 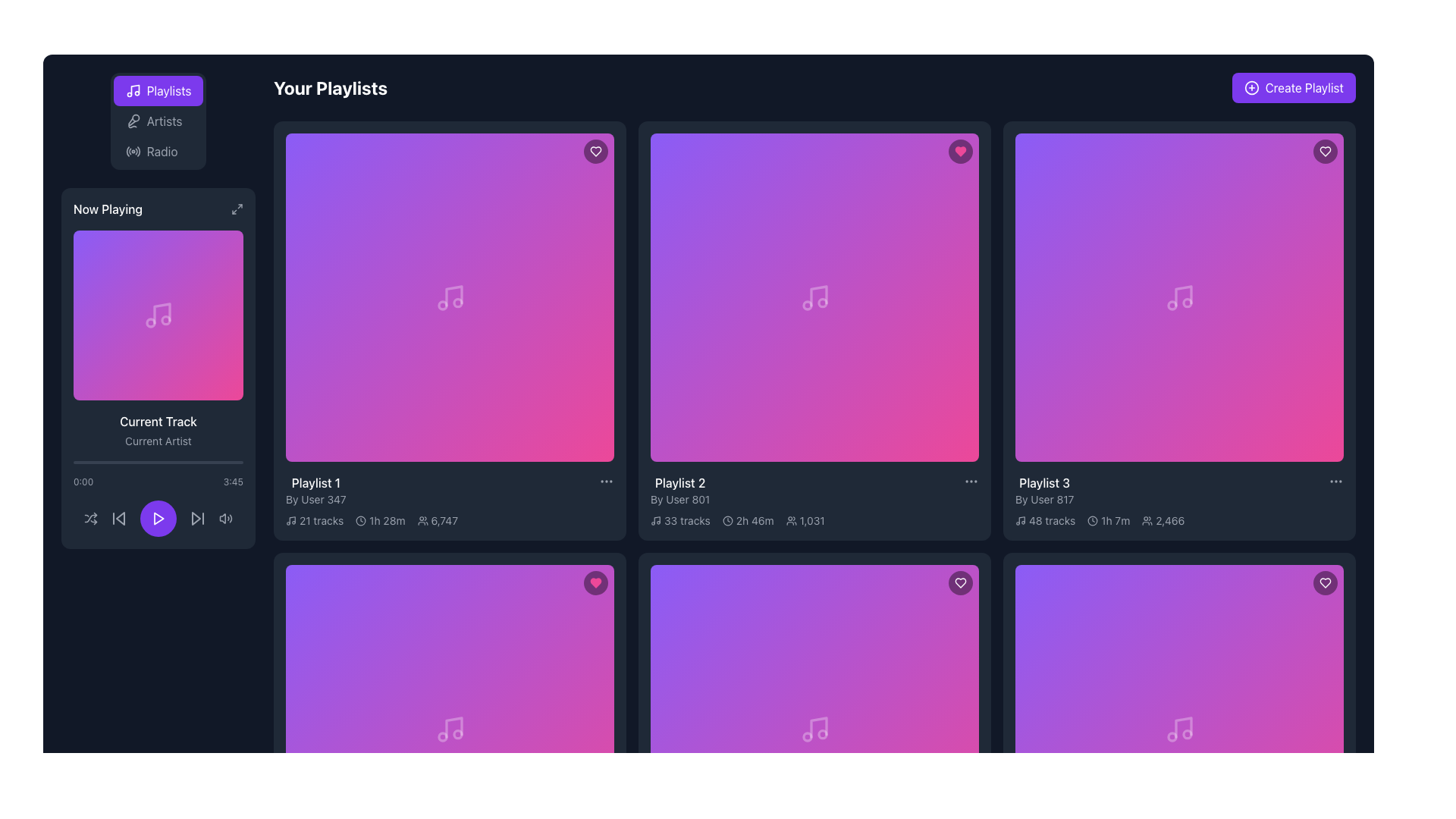 What do you see at coordinates (679, 491) in the screenshot?
I see `the text label that displays the title and author of the second playlist in the grid, located in the second column and first row beneath the card preview image` at bounding box center [679, 491].